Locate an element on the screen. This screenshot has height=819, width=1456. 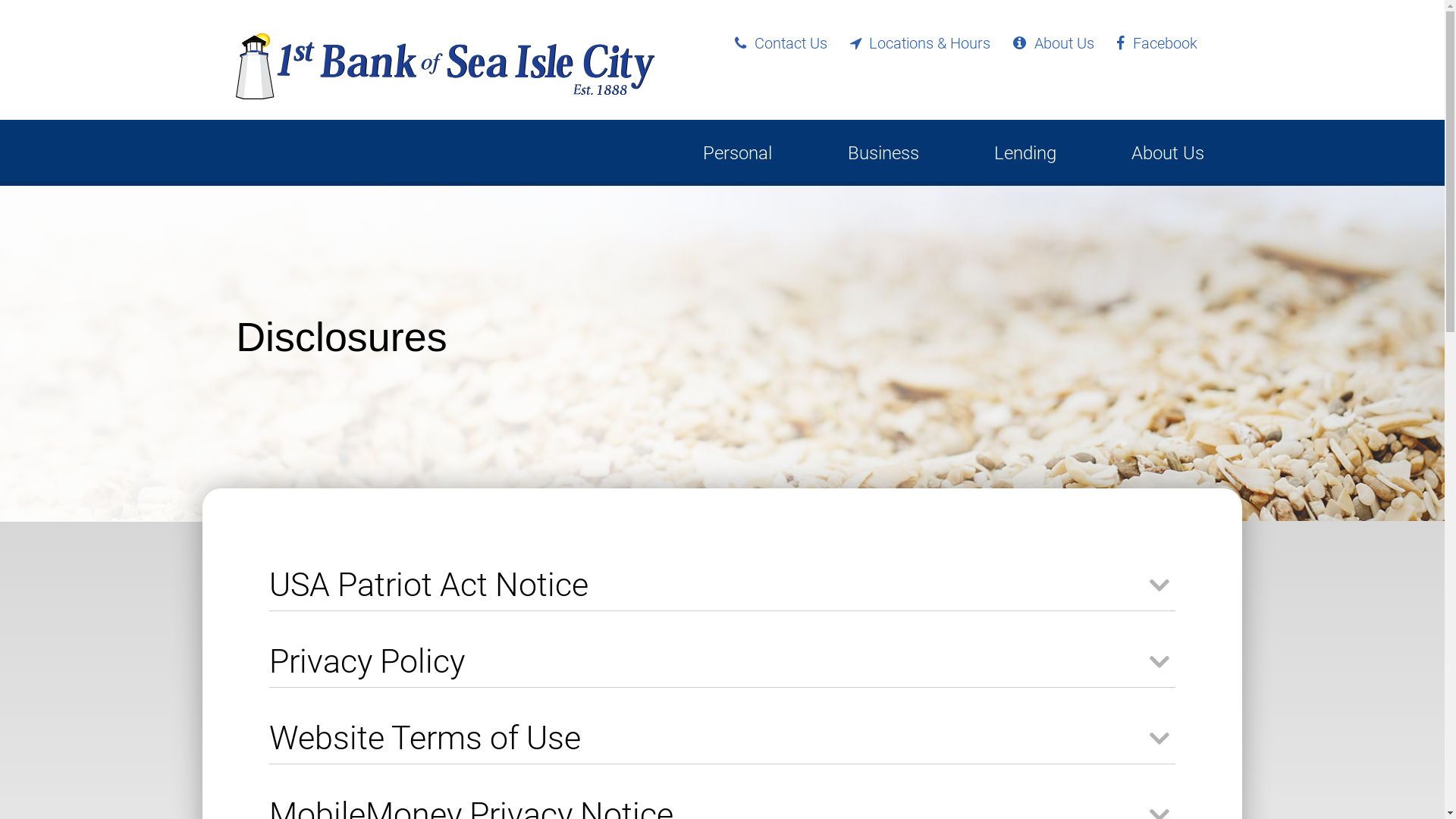
'Contact Us' is located at coordinates (780, 42).